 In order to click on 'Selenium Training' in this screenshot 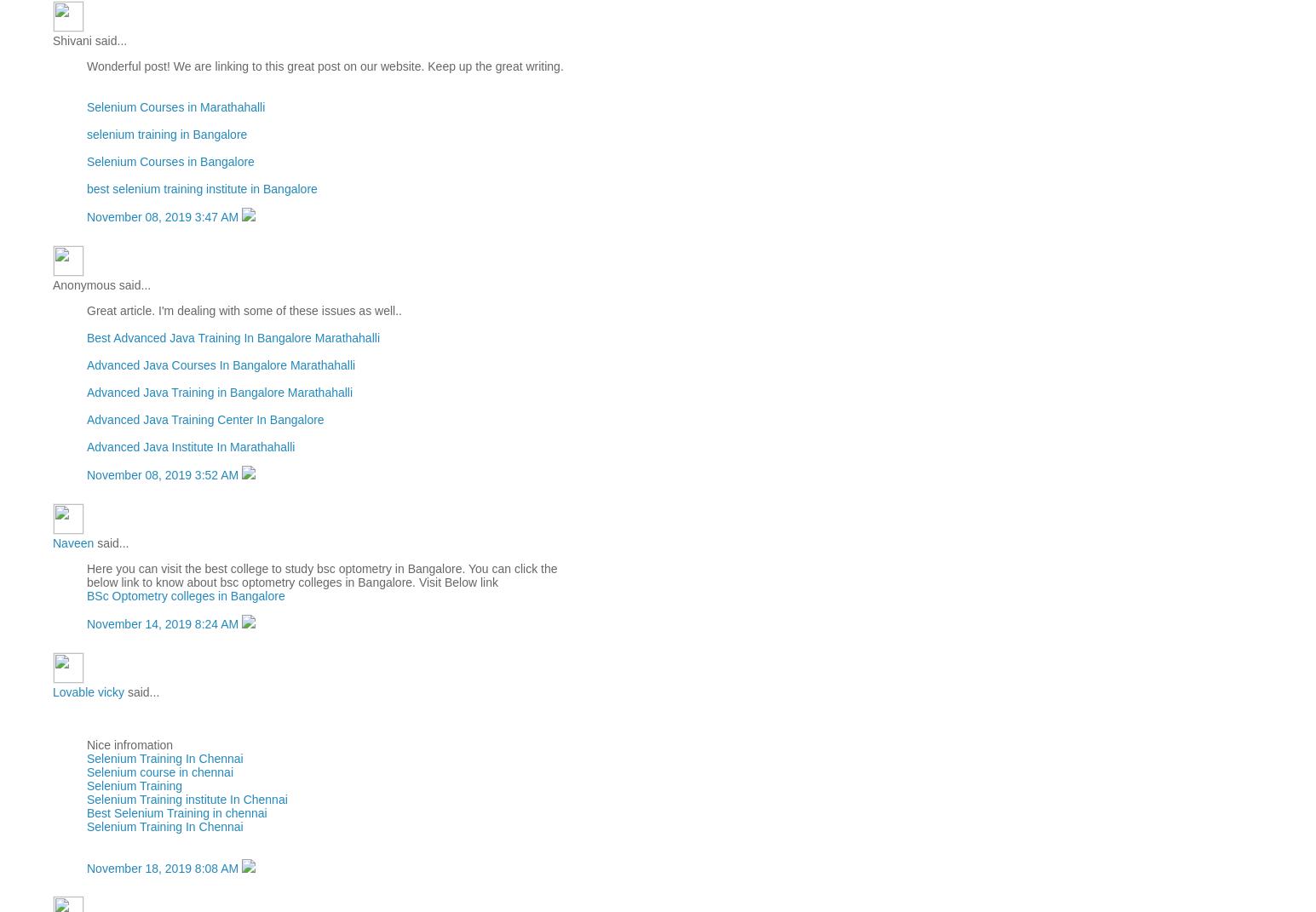, I will do `click(135, 784)`.